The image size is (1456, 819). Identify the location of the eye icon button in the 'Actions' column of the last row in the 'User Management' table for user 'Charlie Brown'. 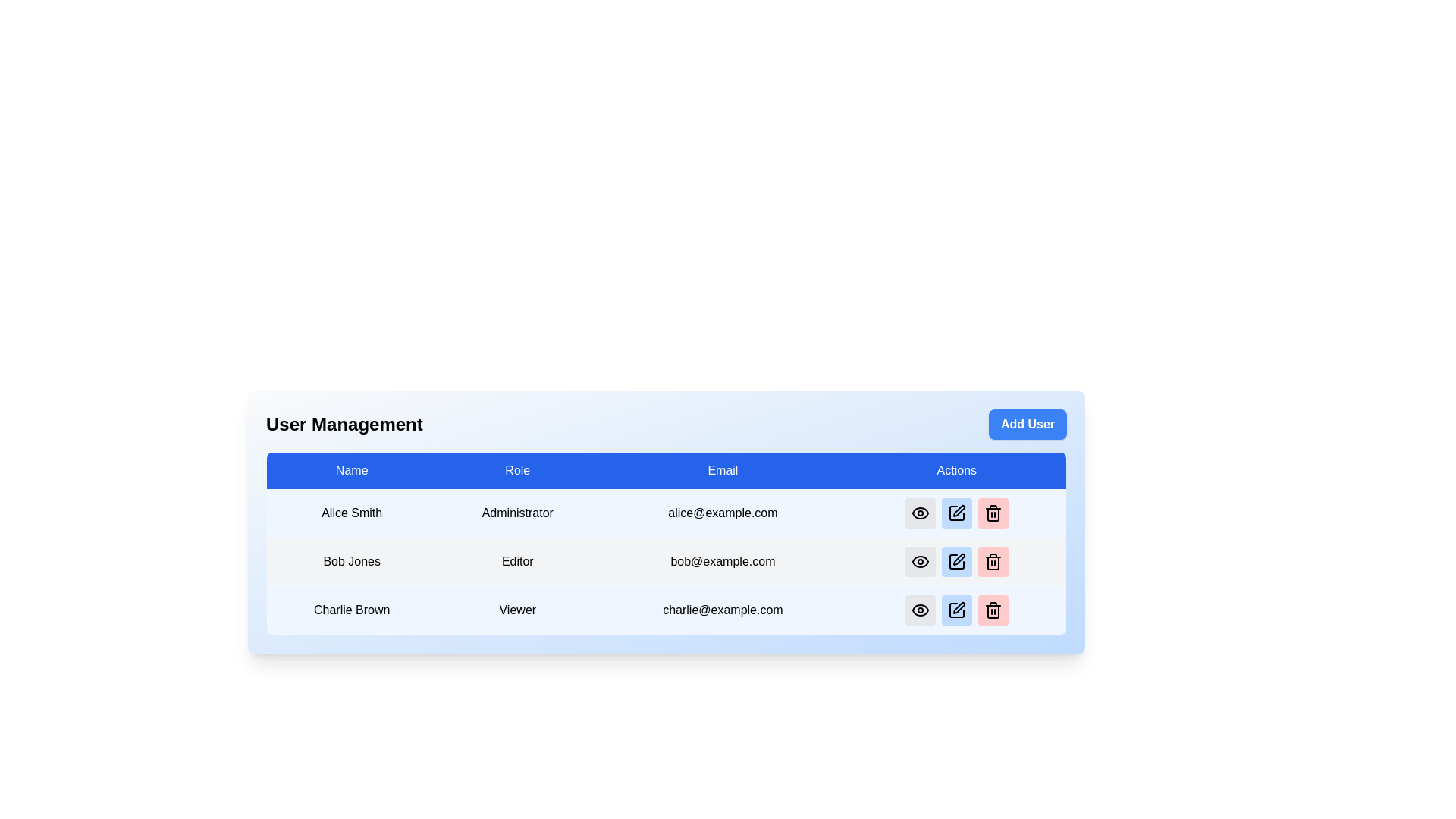
(919, 610).